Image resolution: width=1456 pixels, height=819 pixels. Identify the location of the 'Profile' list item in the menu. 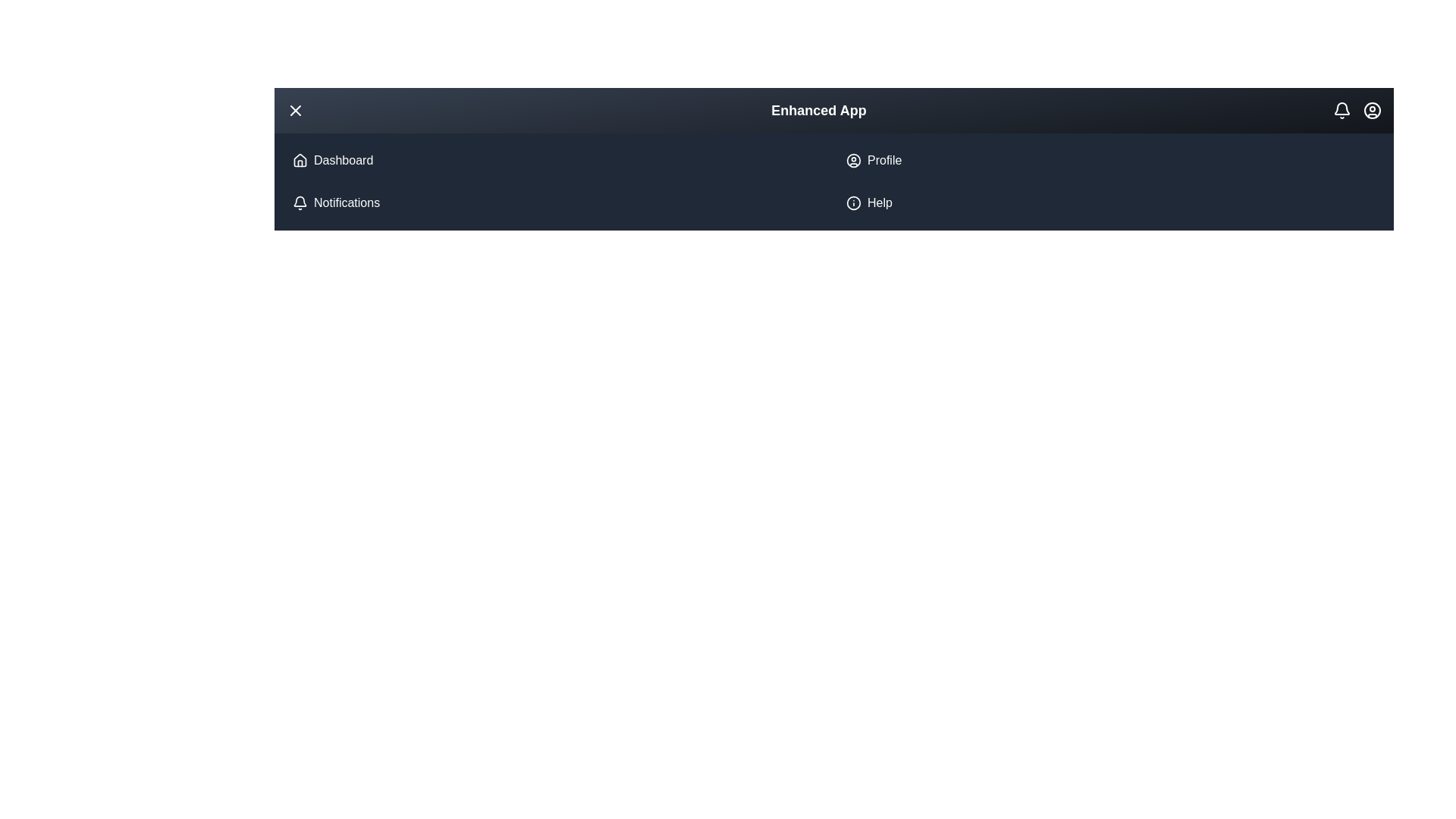
(884, 161).